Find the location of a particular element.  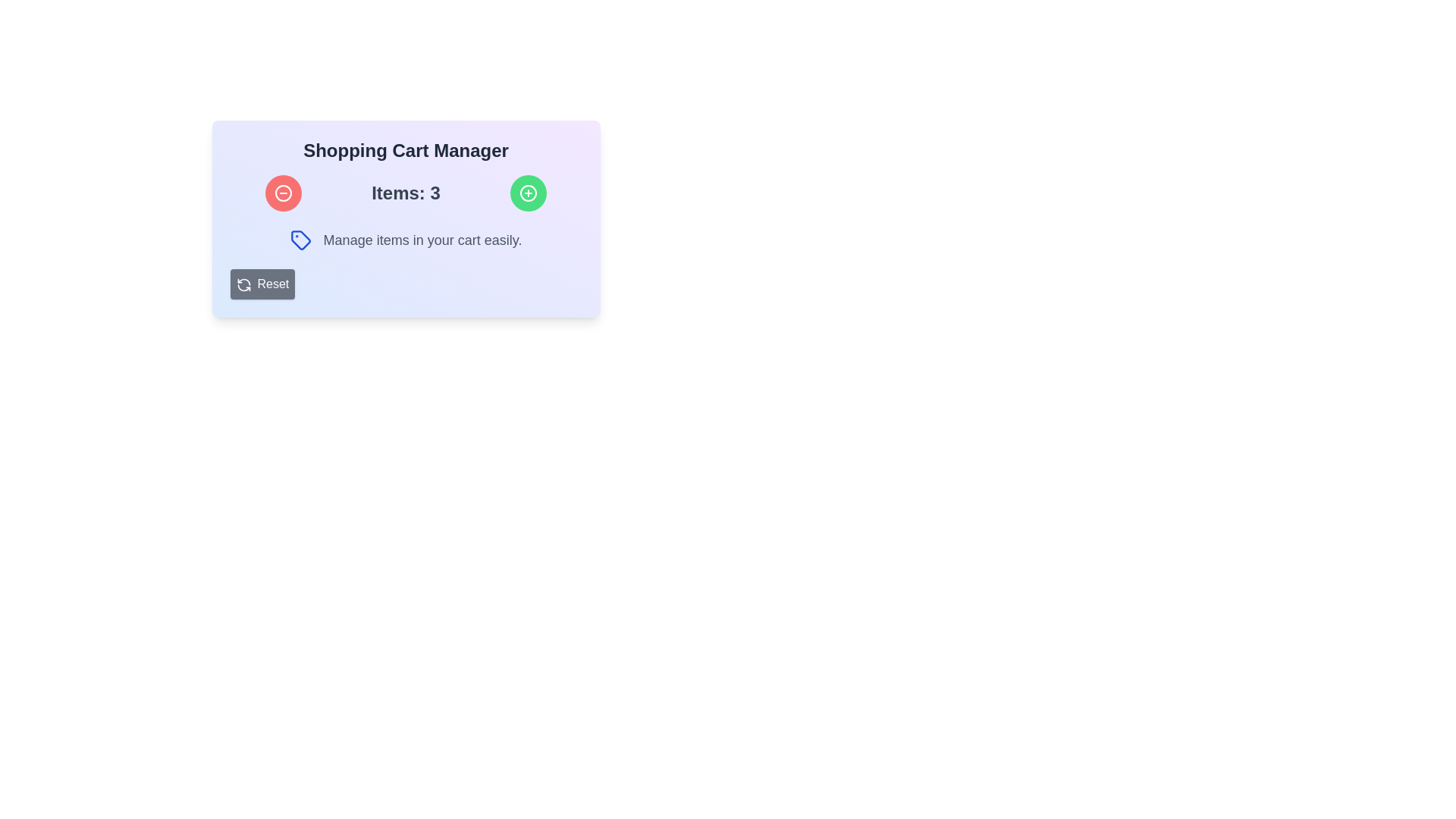

the decorative icon positioned immediately left of the text 'Manage items in your cart easily.' is located at coordinates (300, 239).